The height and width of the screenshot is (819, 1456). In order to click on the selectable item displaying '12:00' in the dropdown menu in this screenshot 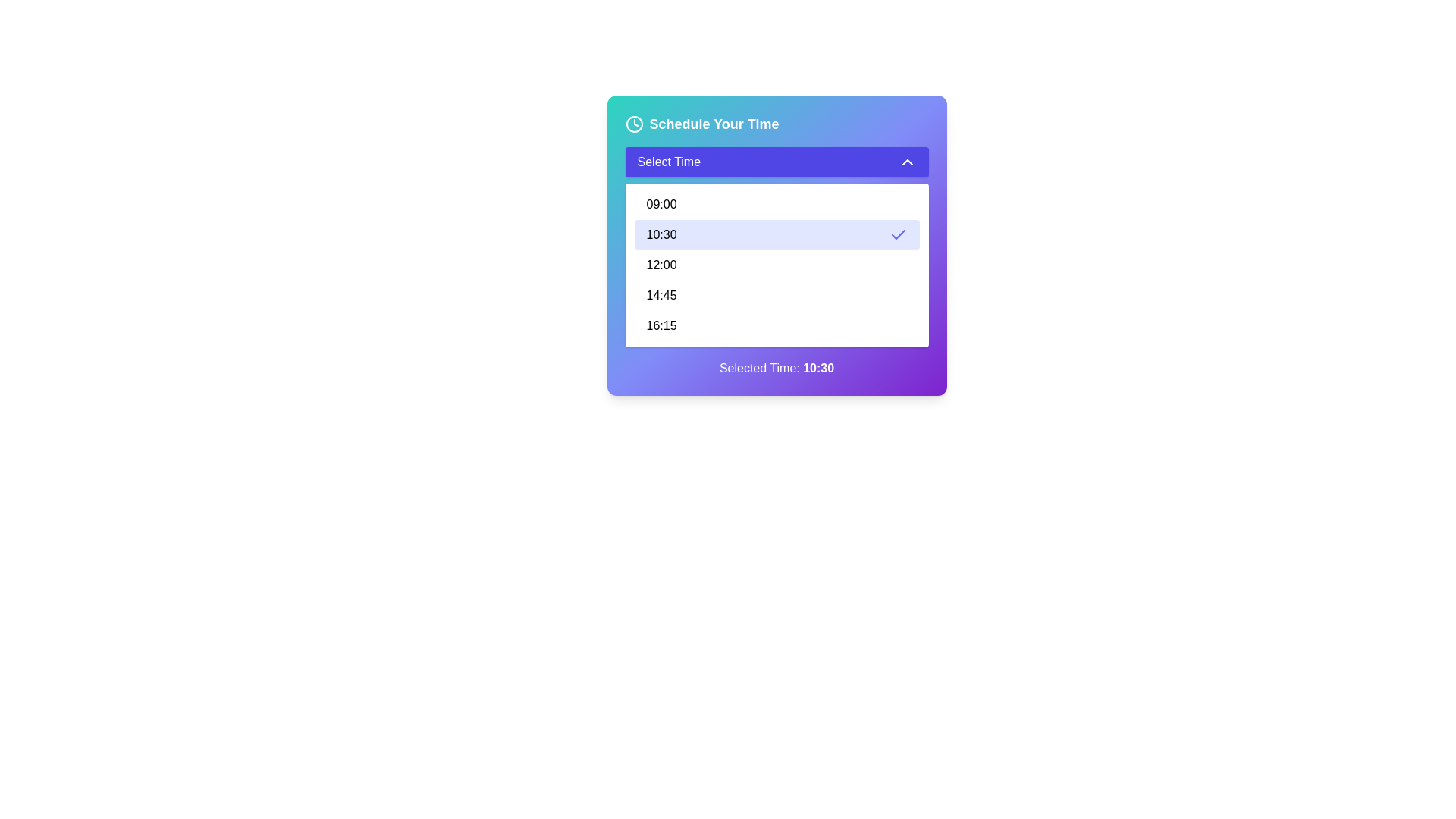, I will do `click(661, 265)`.